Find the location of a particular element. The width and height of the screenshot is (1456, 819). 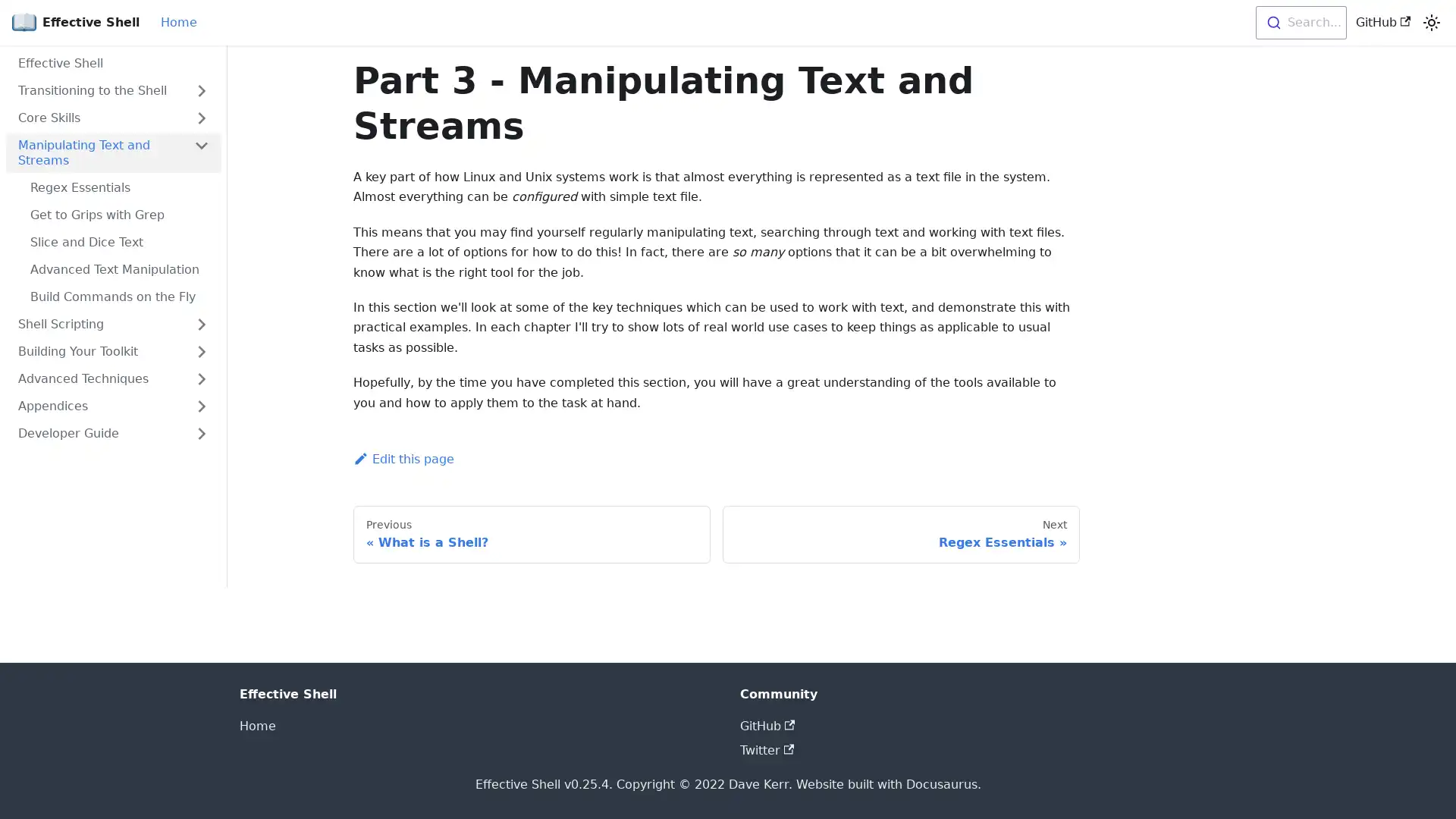

Toggle the collapsible sidebar category 'Building Your Toolkit' is located at coordinates (200, 351).